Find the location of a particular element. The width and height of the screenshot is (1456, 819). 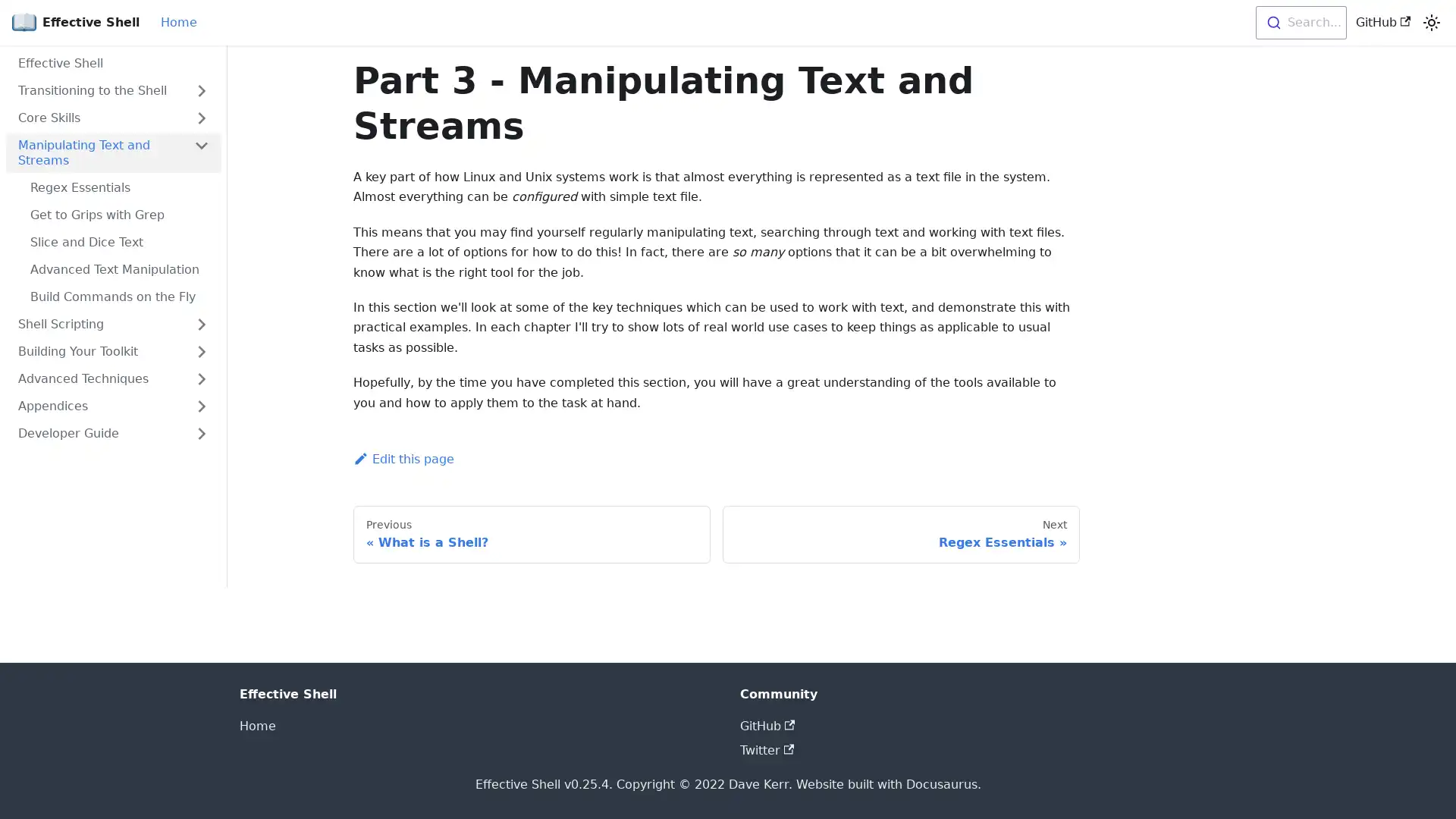

Toggle the collapsible sidebar category 'Building Your Toolkit' is located at coordinates (200, 351).